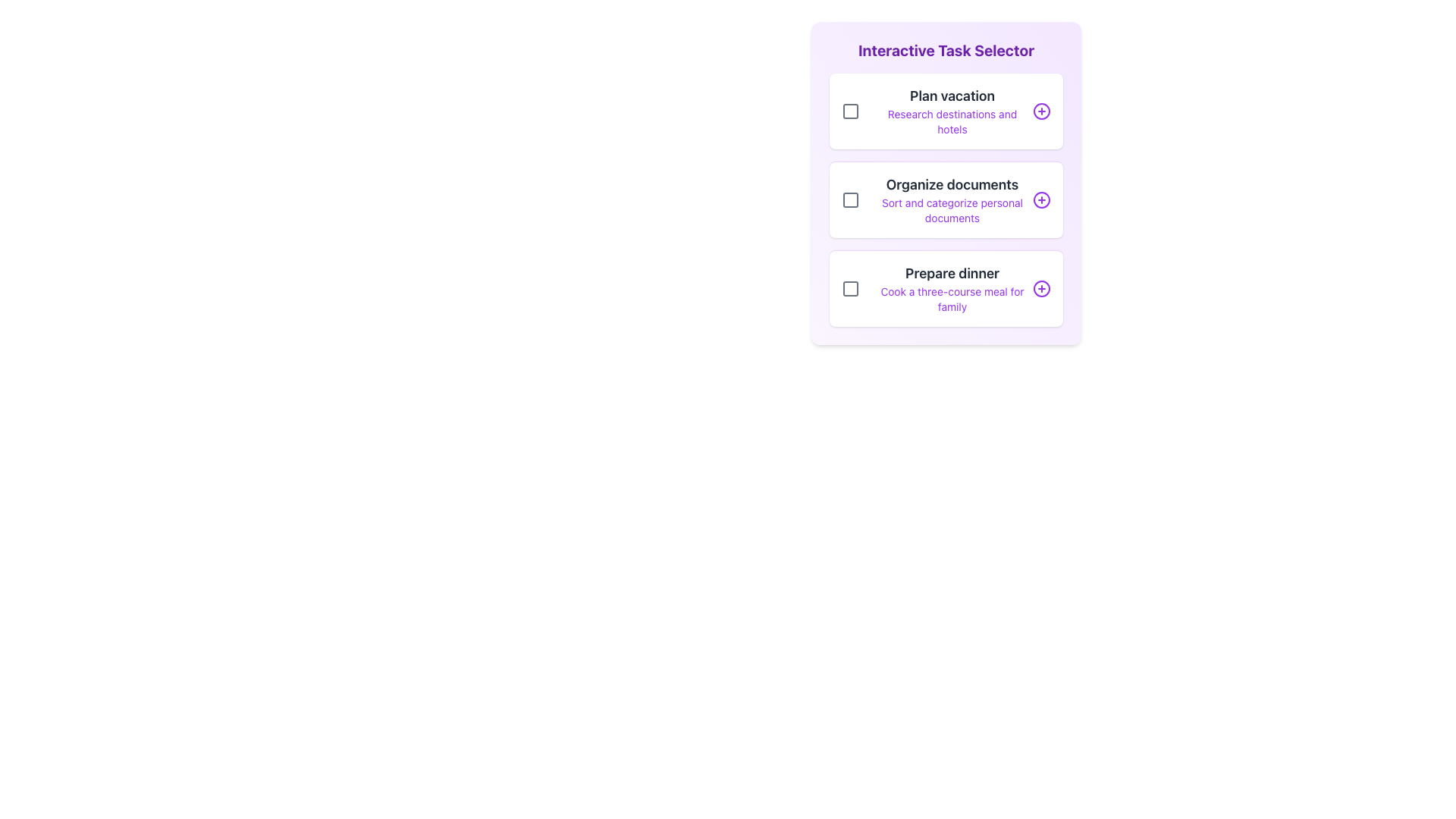  I want to click on the button that triggers actions related to 'Organize documents', positioned as the rightmost item in the second row of the task selection section, so click(1040, 199).